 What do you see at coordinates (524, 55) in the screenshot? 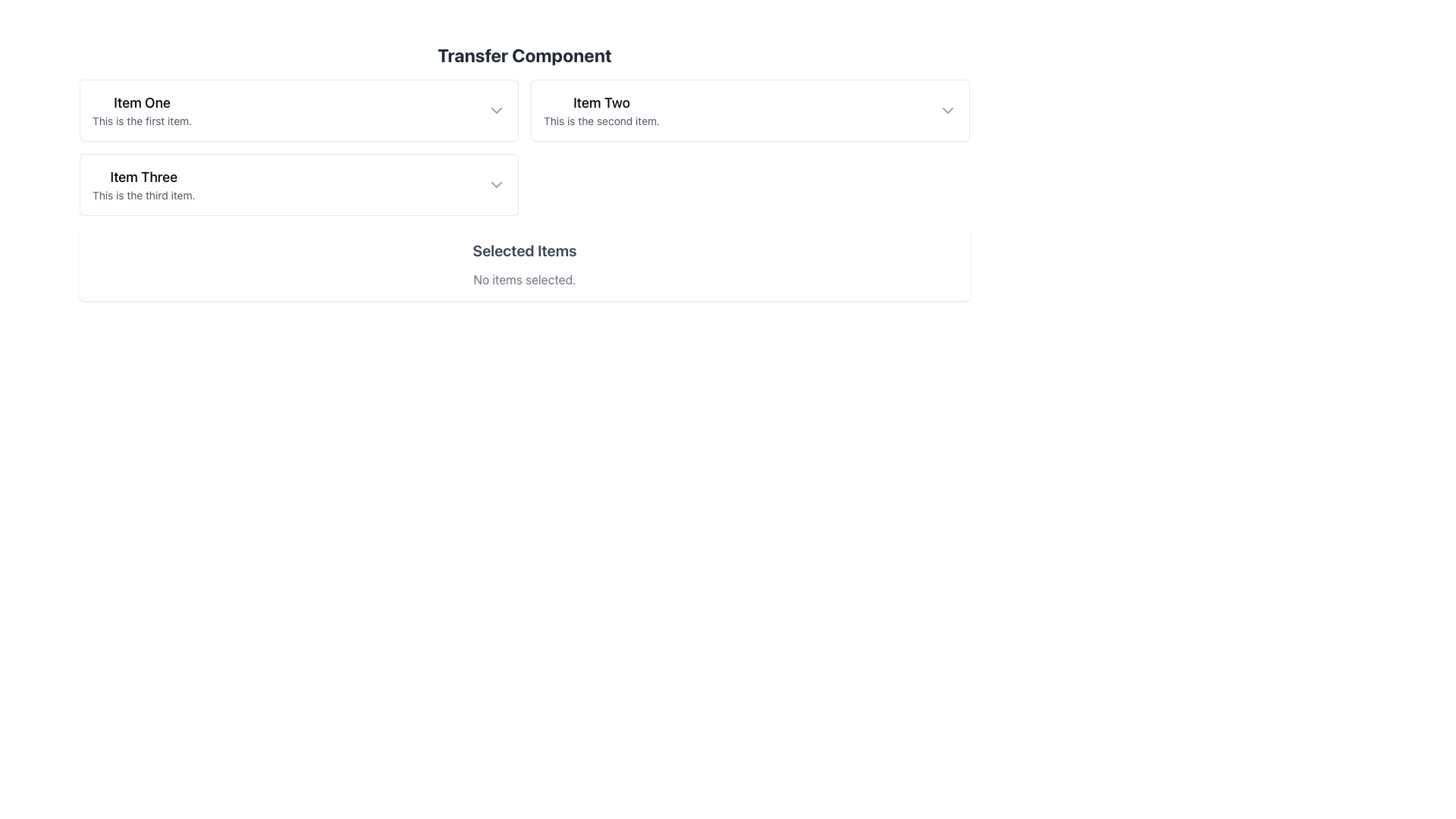
I see `the header text element located at the topmost center of the interface, which serves as the title for the surrounding content group` at bounding box center [524, 55].